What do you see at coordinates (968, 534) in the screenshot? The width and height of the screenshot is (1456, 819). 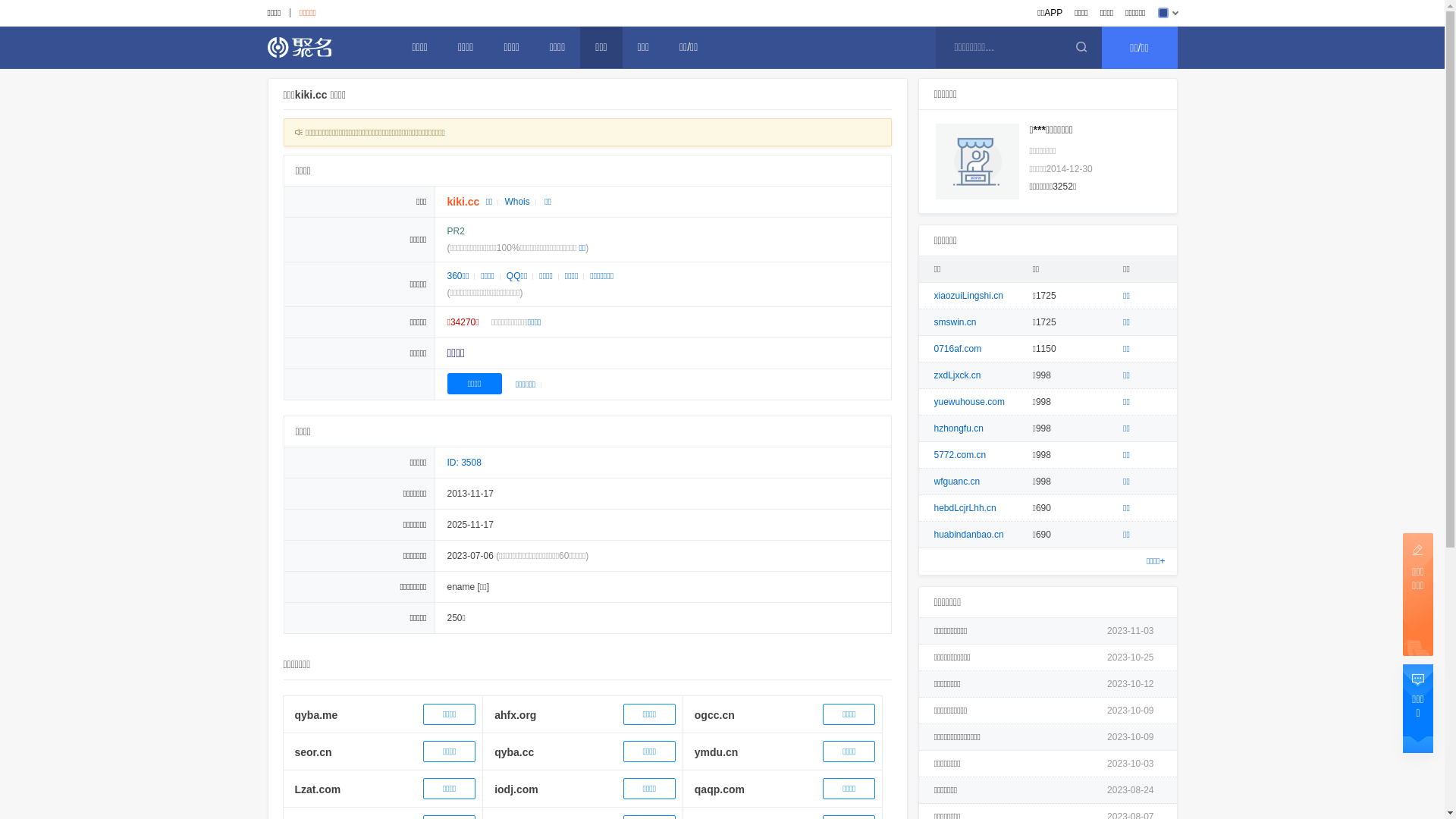 I see `'huabindanbao.cn'` at bounding box center [968, 534].